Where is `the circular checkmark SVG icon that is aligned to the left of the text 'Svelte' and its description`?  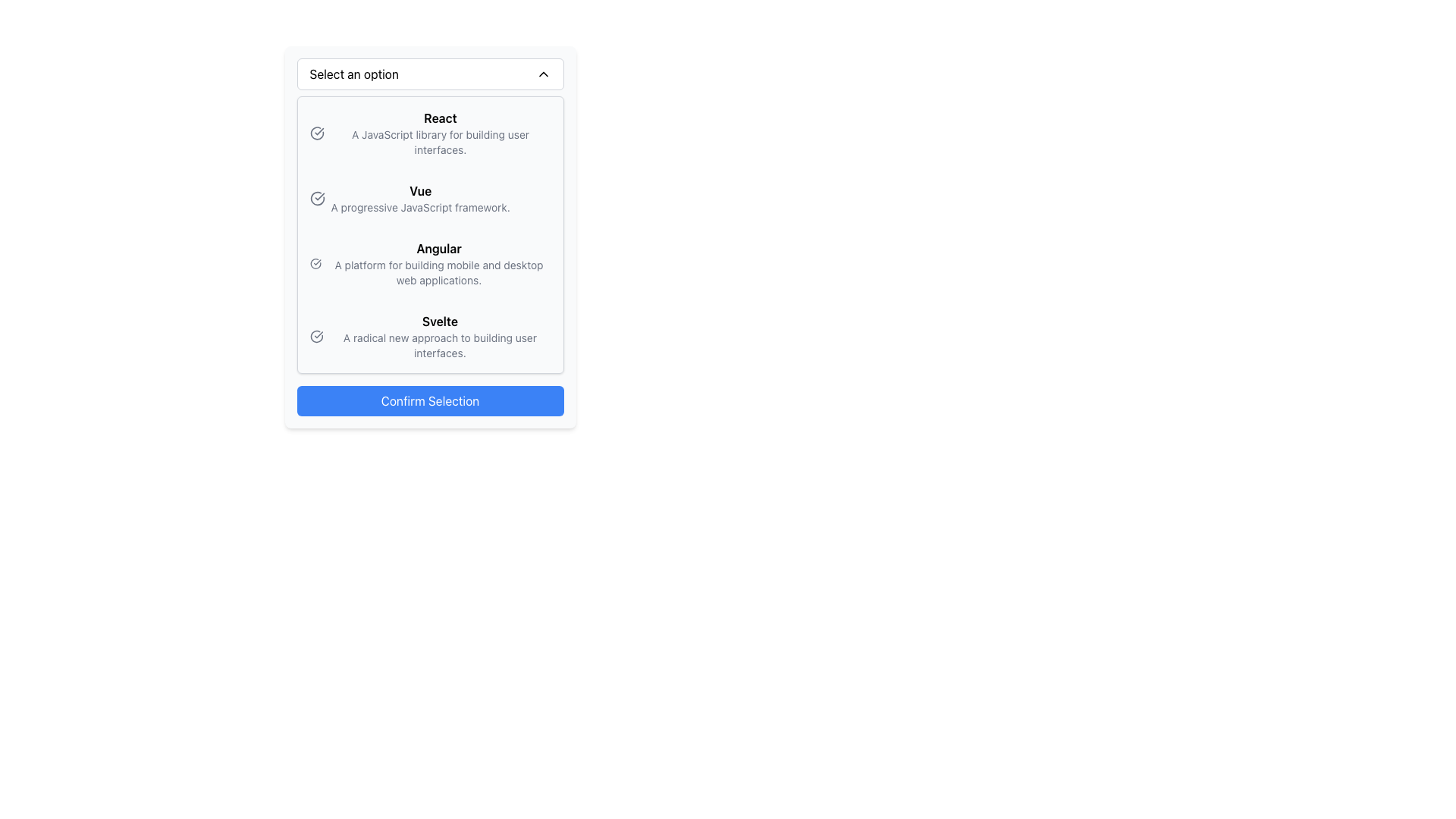 the circular checkmark SVG icon that is aligned to the left of the text 'Svelte' and its description is located at coordinates (315, 335).